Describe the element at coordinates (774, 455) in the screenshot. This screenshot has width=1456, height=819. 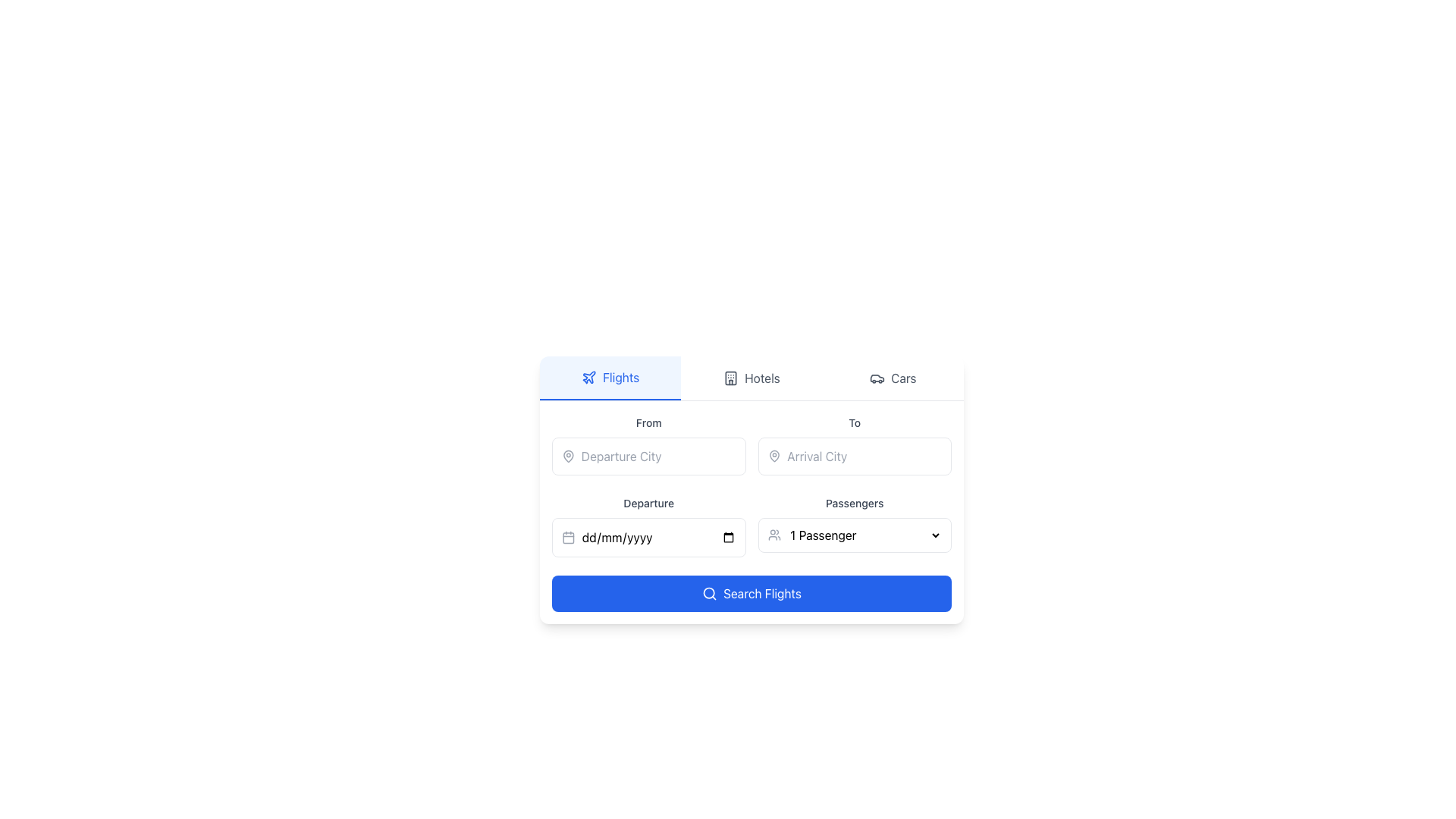
I see `the location icon positioned to the left of the 'Arrival City' input field in the 'To' section of the user interface` at that location.